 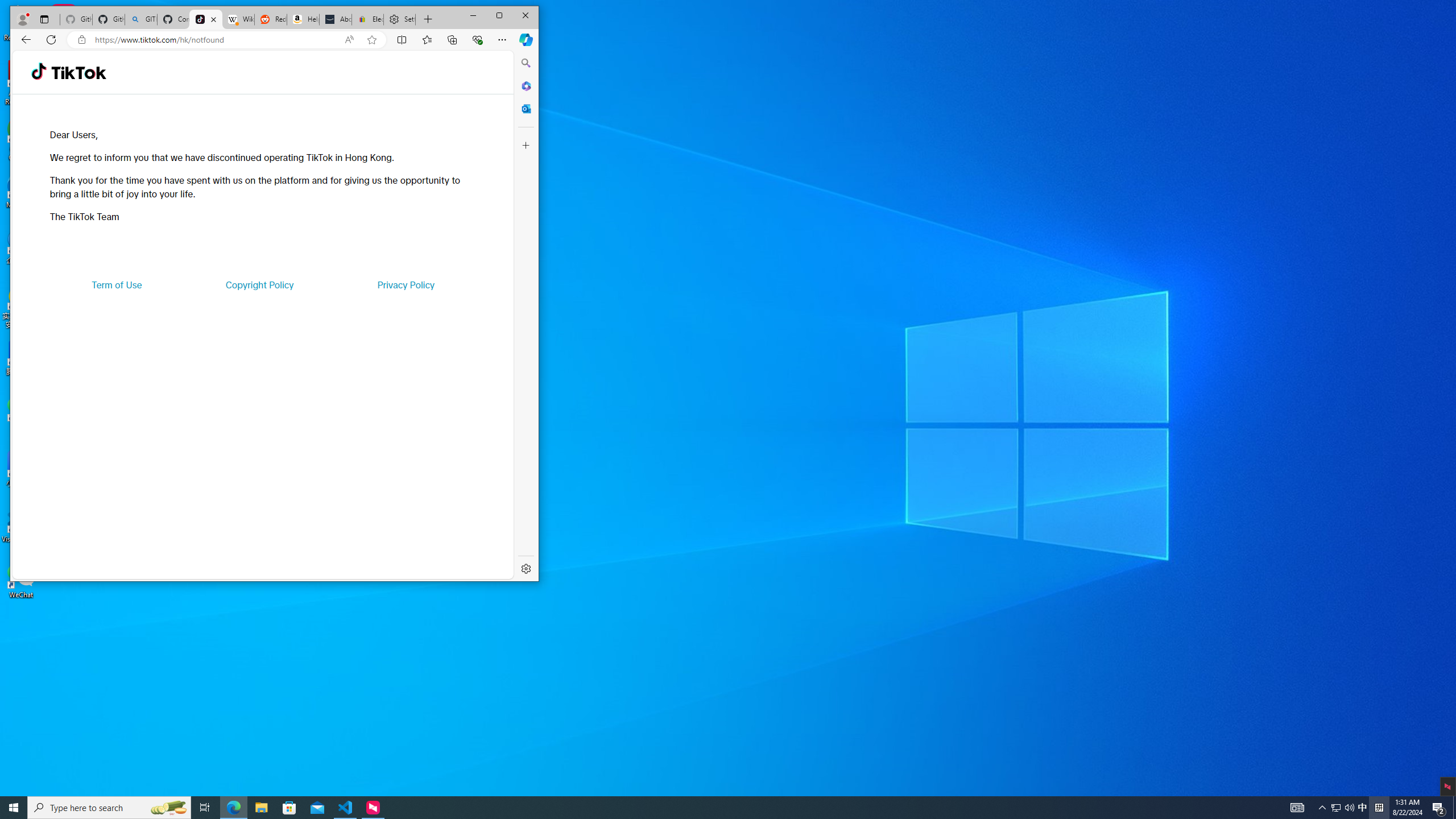 What do you see at coordinates (1349, 806) in the screenshot?
I see `'Q2790: 100%'` at bounding box center [1349, 806].